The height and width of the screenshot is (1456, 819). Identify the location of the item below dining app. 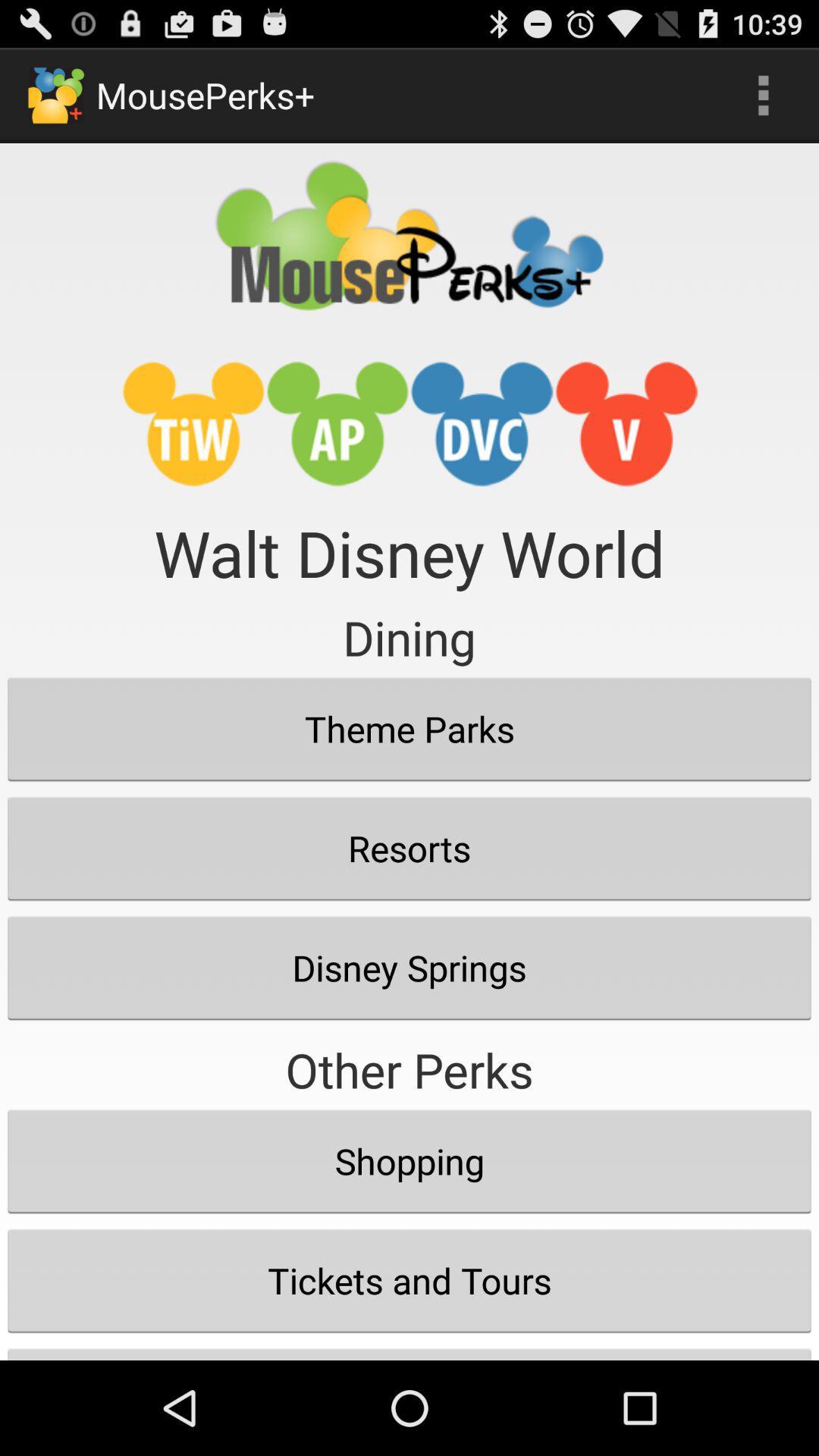
(409, 729).